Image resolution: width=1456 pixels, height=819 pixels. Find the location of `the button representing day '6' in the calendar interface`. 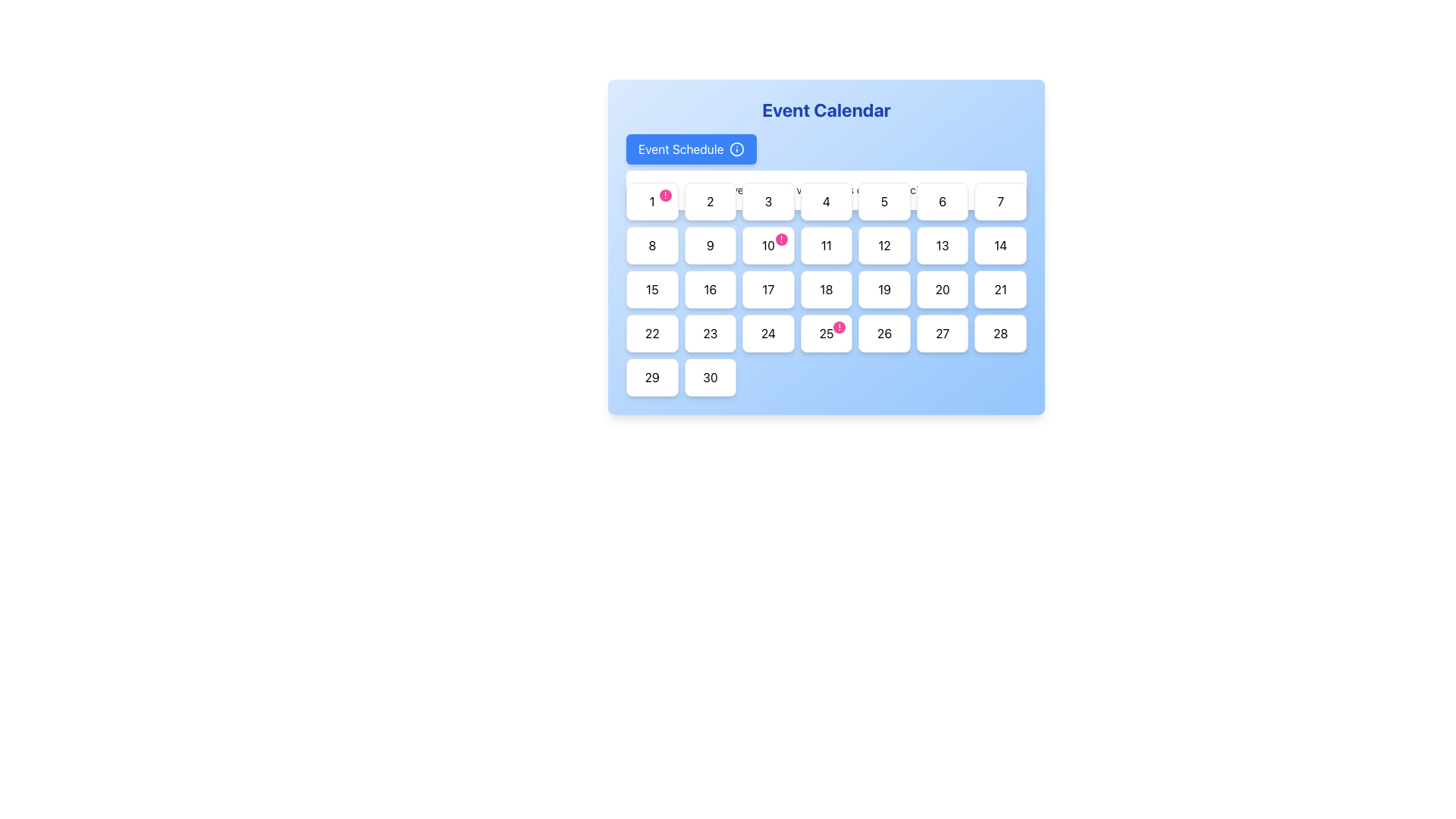

the button representing day '6' in the calendar interface is located at coordinates (942, 201).